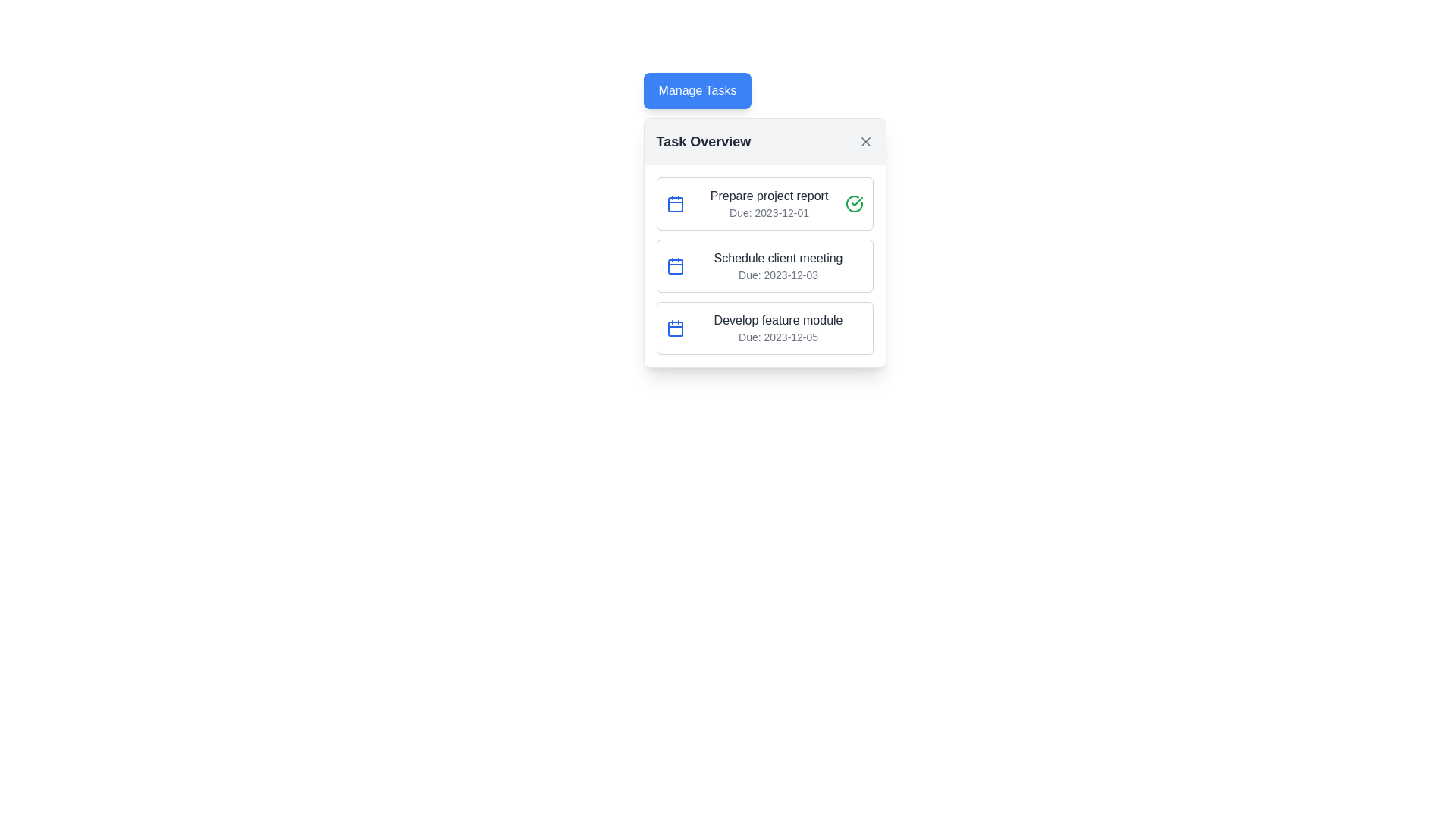 This screenshot has height=819, width=1456. I want to click on the text label that serves as the title of the task located in the first task entry under the 'Task Overview' section, positioned above the 'Due: 2023-12-01' text, so click(769, 195).